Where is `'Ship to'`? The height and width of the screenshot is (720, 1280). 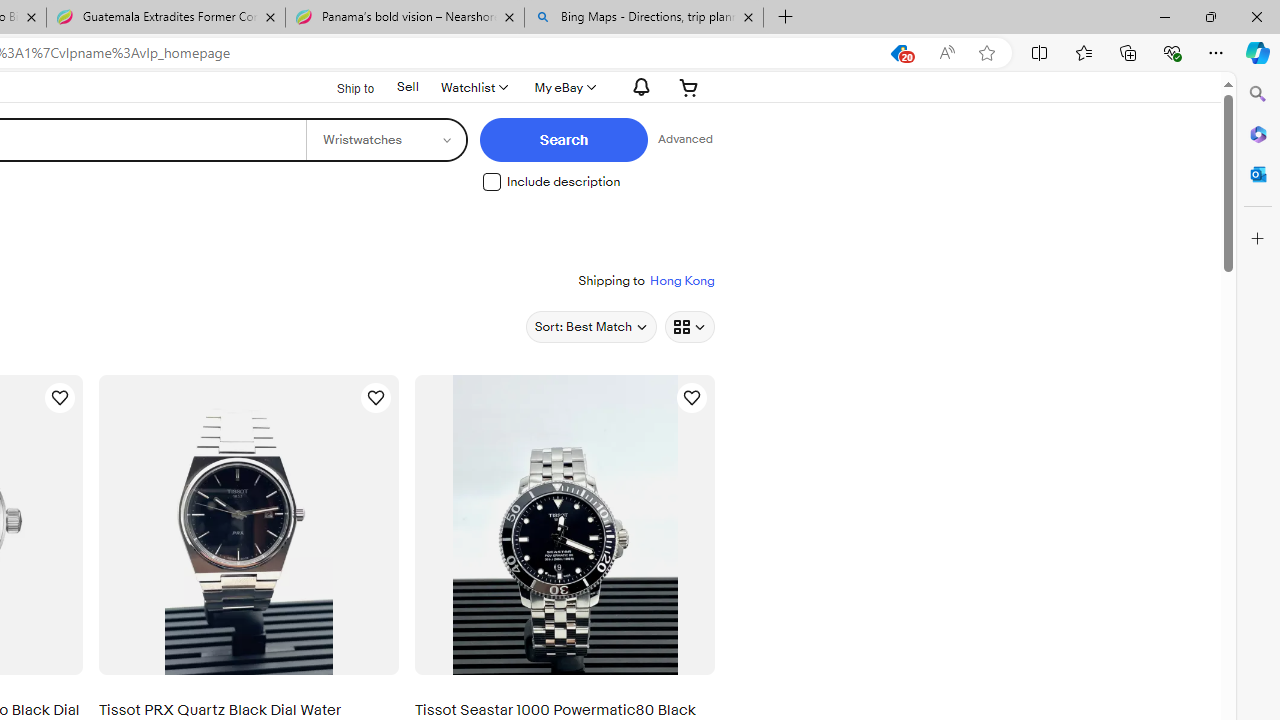 'Ship to' is located at coordinates (343, 87).